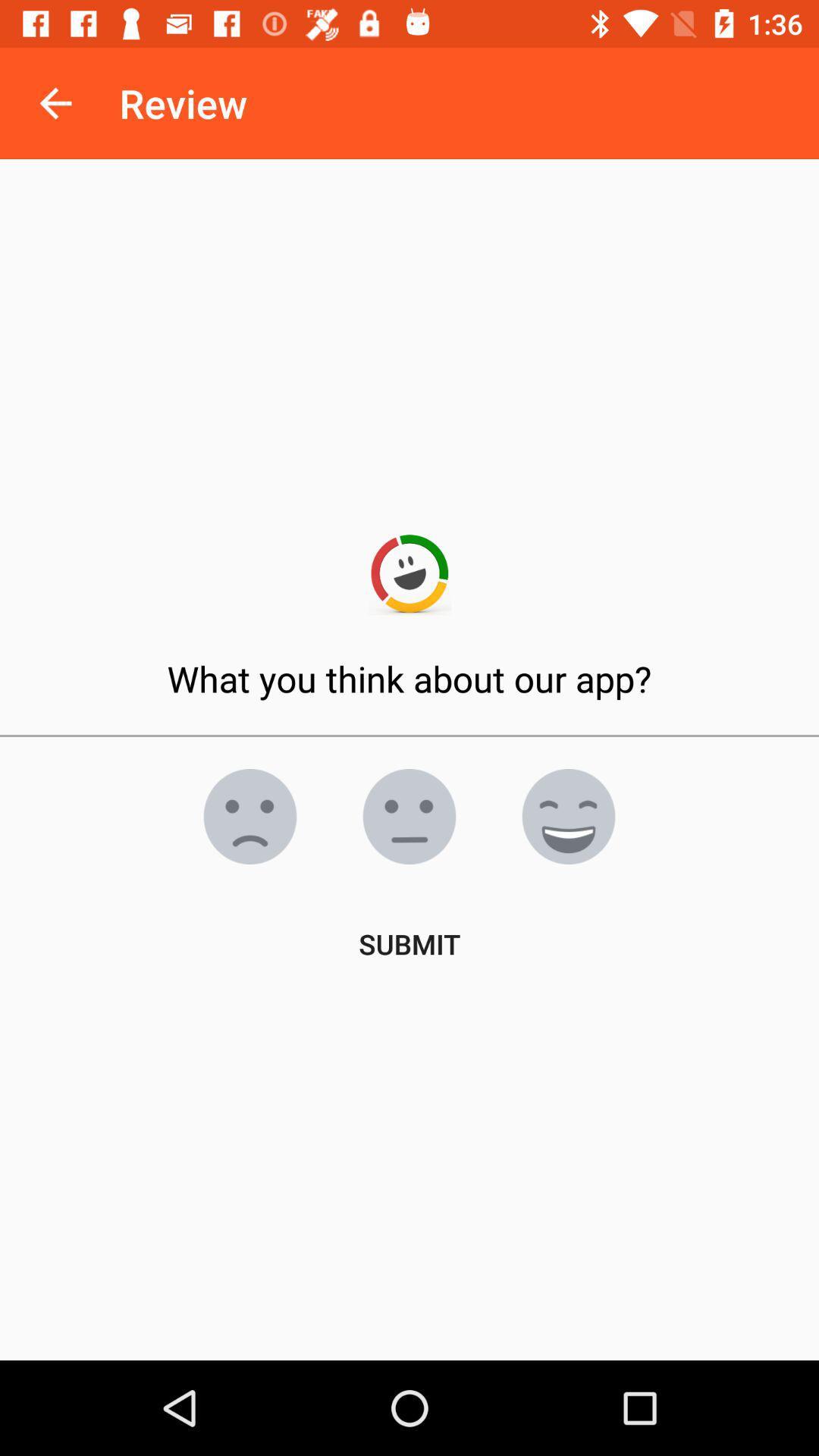  I want to click on the submit, so click(409, 943).